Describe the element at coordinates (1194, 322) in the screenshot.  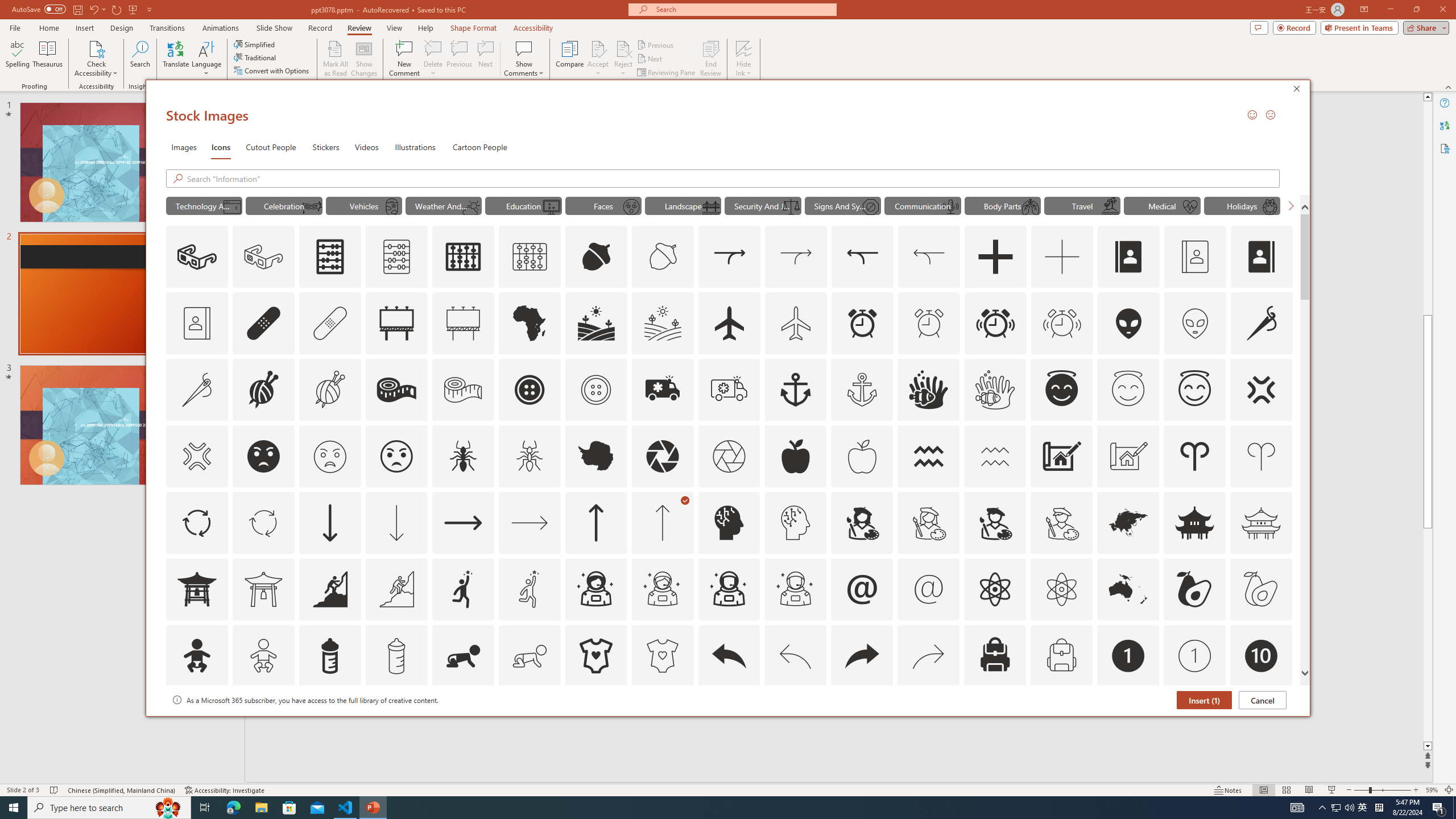
I see `'AutomationID: Icons_AlienFace_M'` at that location.